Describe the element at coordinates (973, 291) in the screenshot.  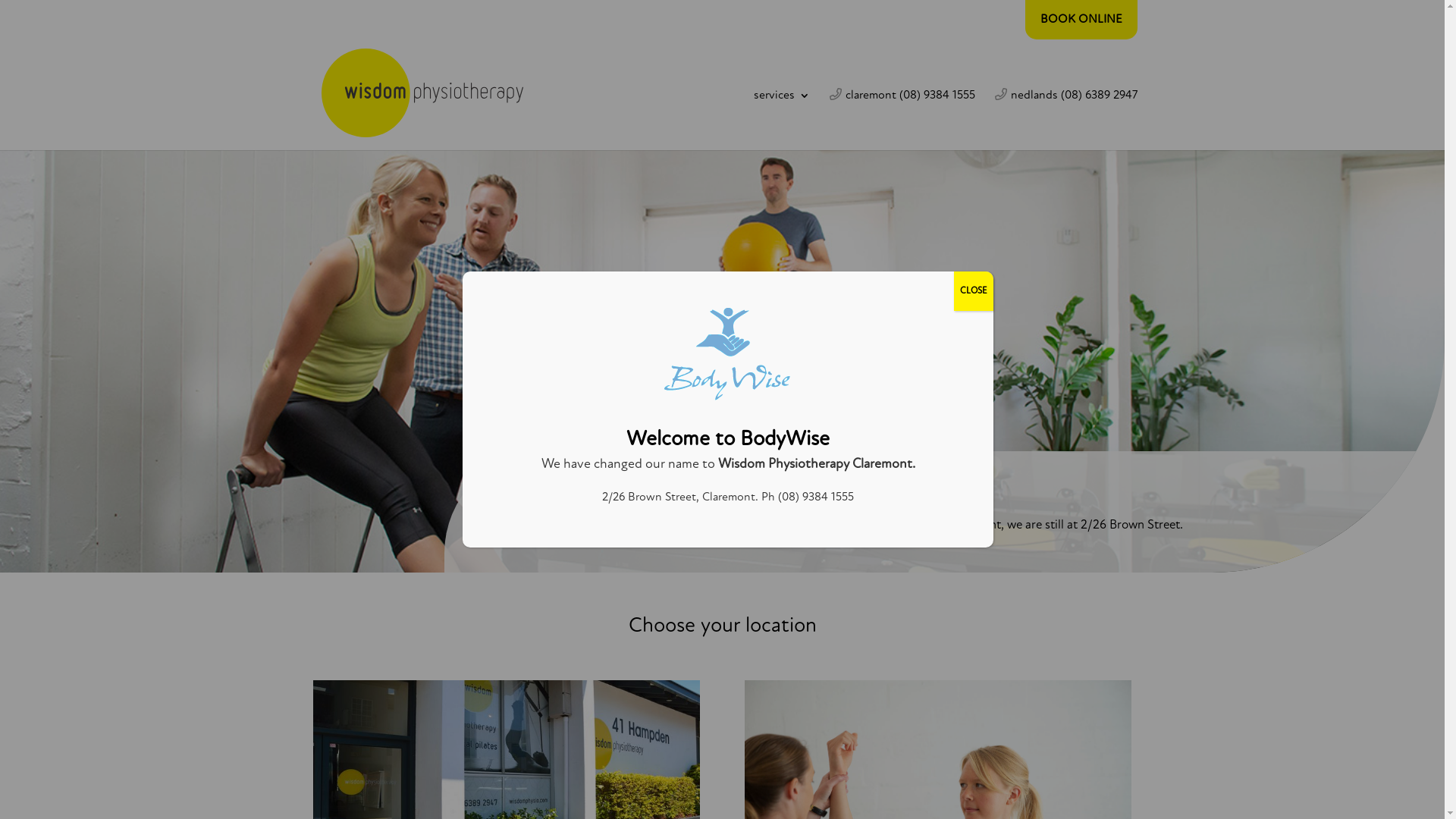
I see `'CLOSE'` at that location.